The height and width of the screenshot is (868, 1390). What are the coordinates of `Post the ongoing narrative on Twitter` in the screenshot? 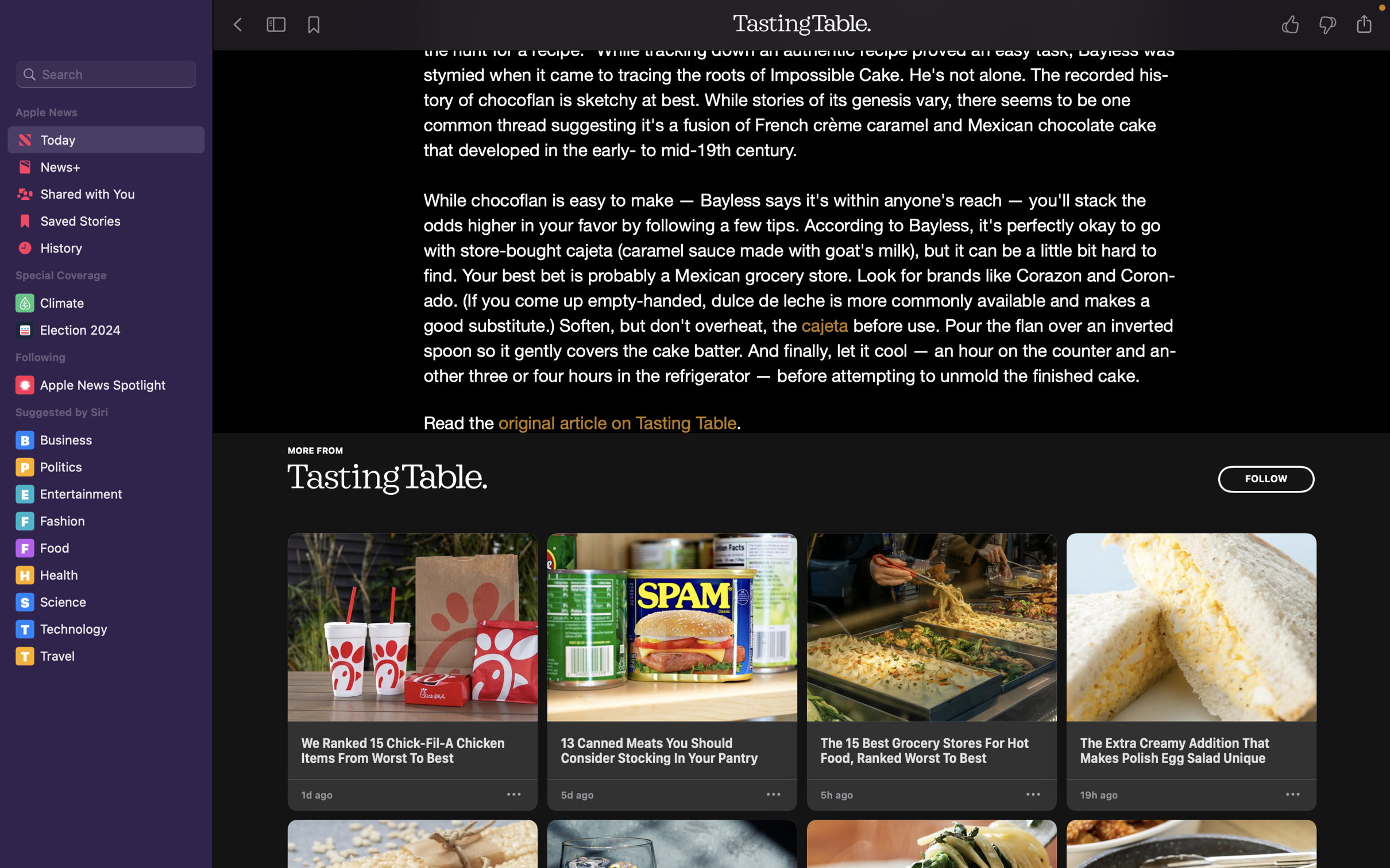 It's located at (1368, 24).